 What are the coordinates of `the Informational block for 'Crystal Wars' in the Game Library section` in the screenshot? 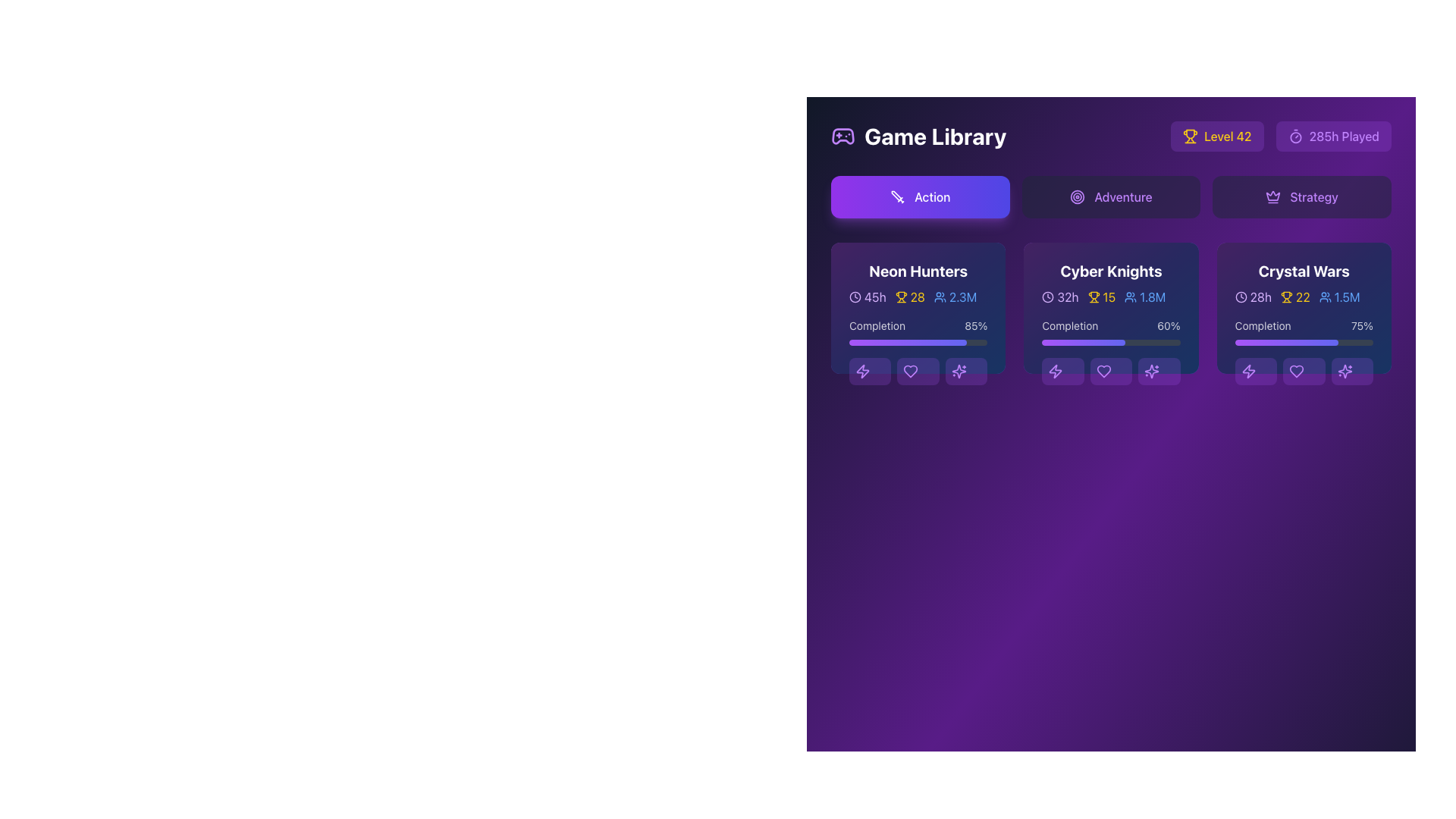 It's located at (1303, 289).